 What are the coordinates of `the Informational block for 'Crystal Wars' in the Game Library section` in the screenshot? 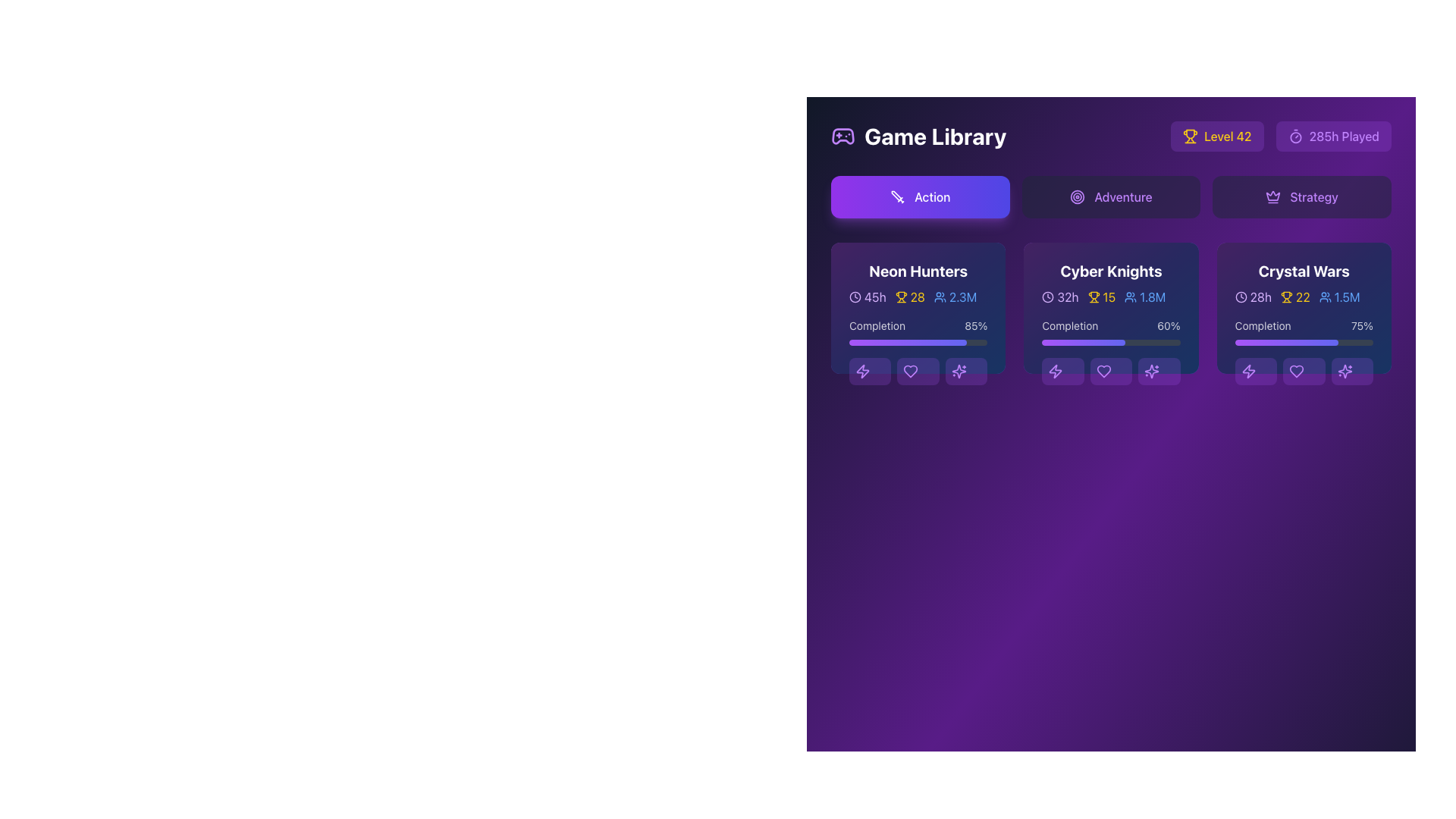 It's located at (1303, 289).